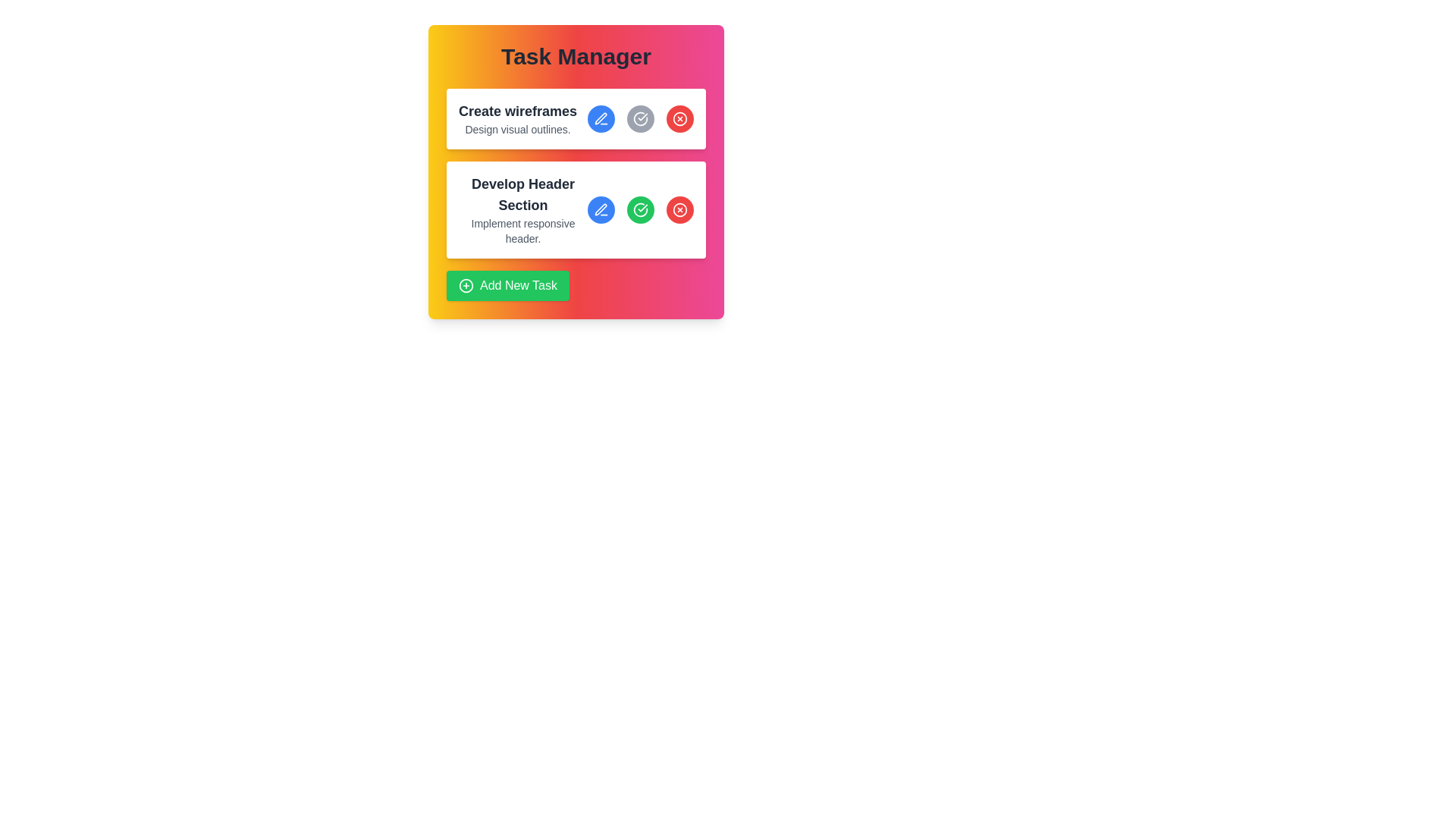 The image size is (1456, 819). What do you see at coordinates (640, 210) in the screenshot?
I see `the middle confirmation button located at the bottom-right of the 'Develop Header Section' task card to confirm or complete the action` at bounding box center [640, 210].